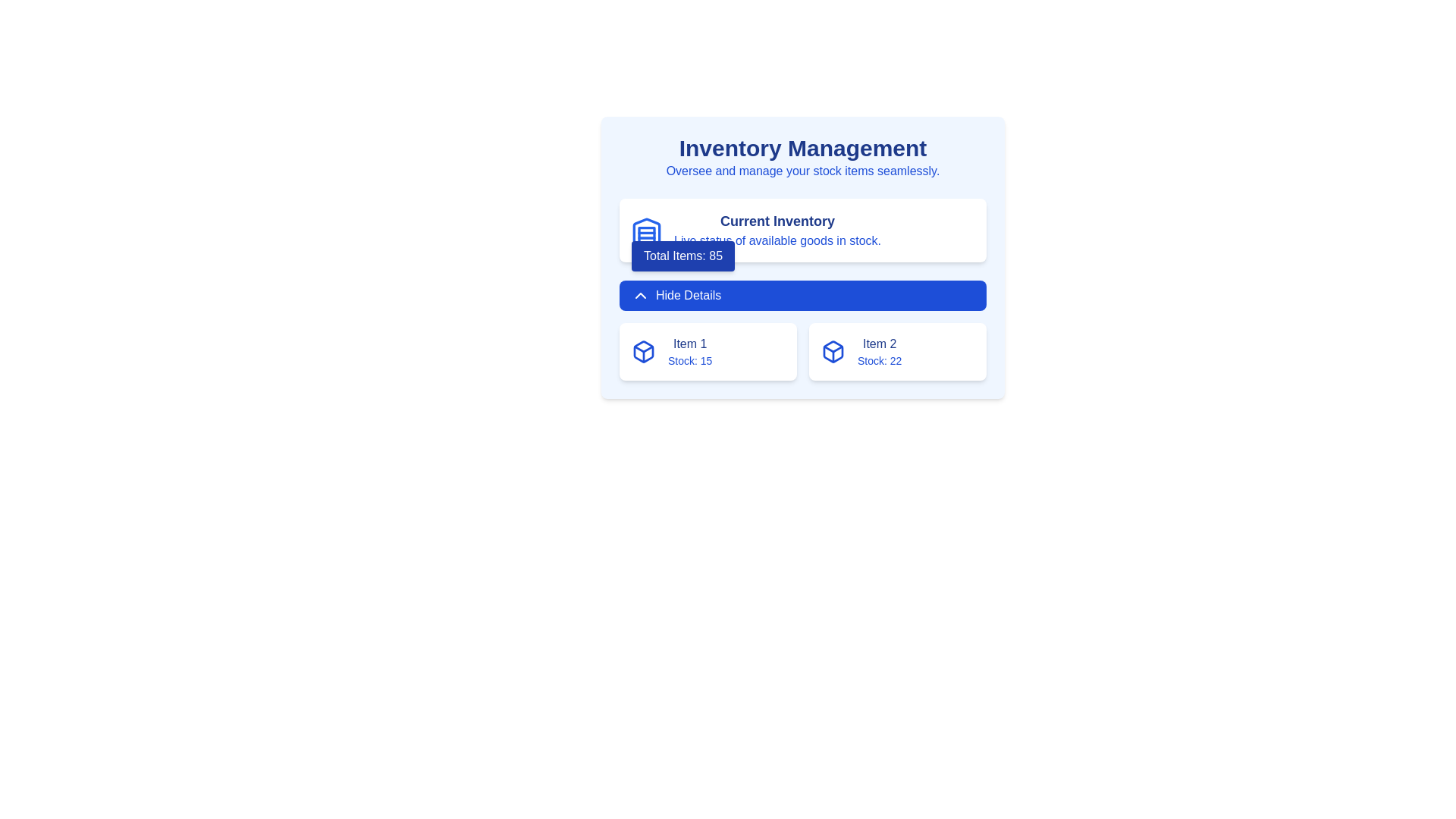  Describe the element at coordinates (802, 295) in the screenshot. I see `the button located below the 'Current Inventory' section to hide the detailed information displayed below it` at that location.